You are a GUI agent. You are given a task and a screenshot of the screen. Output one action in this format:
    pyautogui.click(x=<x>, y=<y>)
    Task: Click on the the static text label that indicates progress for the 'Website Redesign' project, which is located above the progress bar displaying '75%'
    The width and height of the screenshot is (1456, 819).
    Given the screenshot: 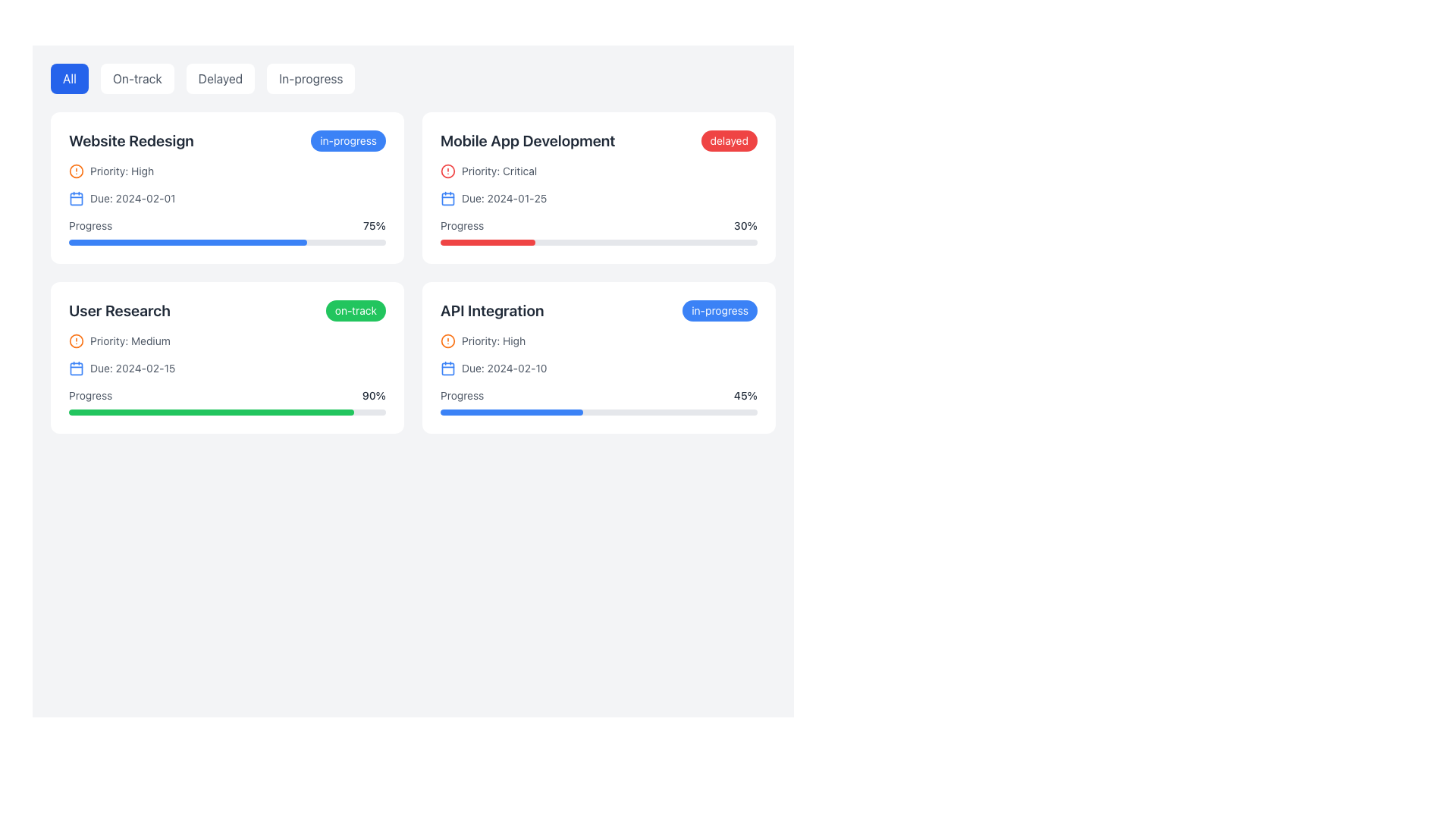 What is the action you would take?
    pyautogui.click(x=89, y=225)
    